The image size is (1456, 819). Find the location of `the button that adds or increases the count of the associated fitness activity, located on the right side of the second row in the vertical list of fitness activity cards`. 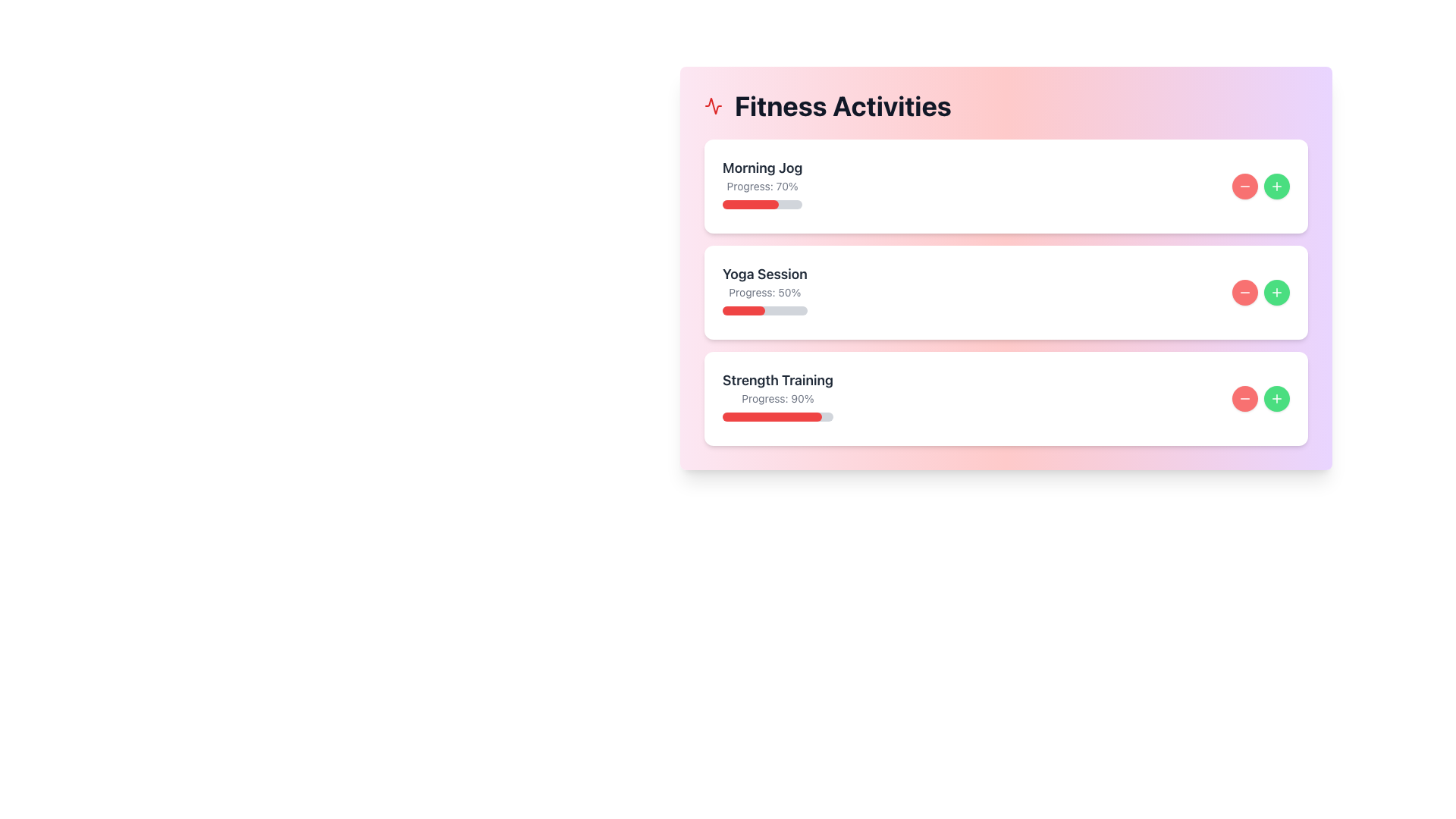

the button that adds or increases the count of the associated fitness activity, located on the right side of the second row in the vertical list of fitness activity cards is located at coordinates (1276, 186).